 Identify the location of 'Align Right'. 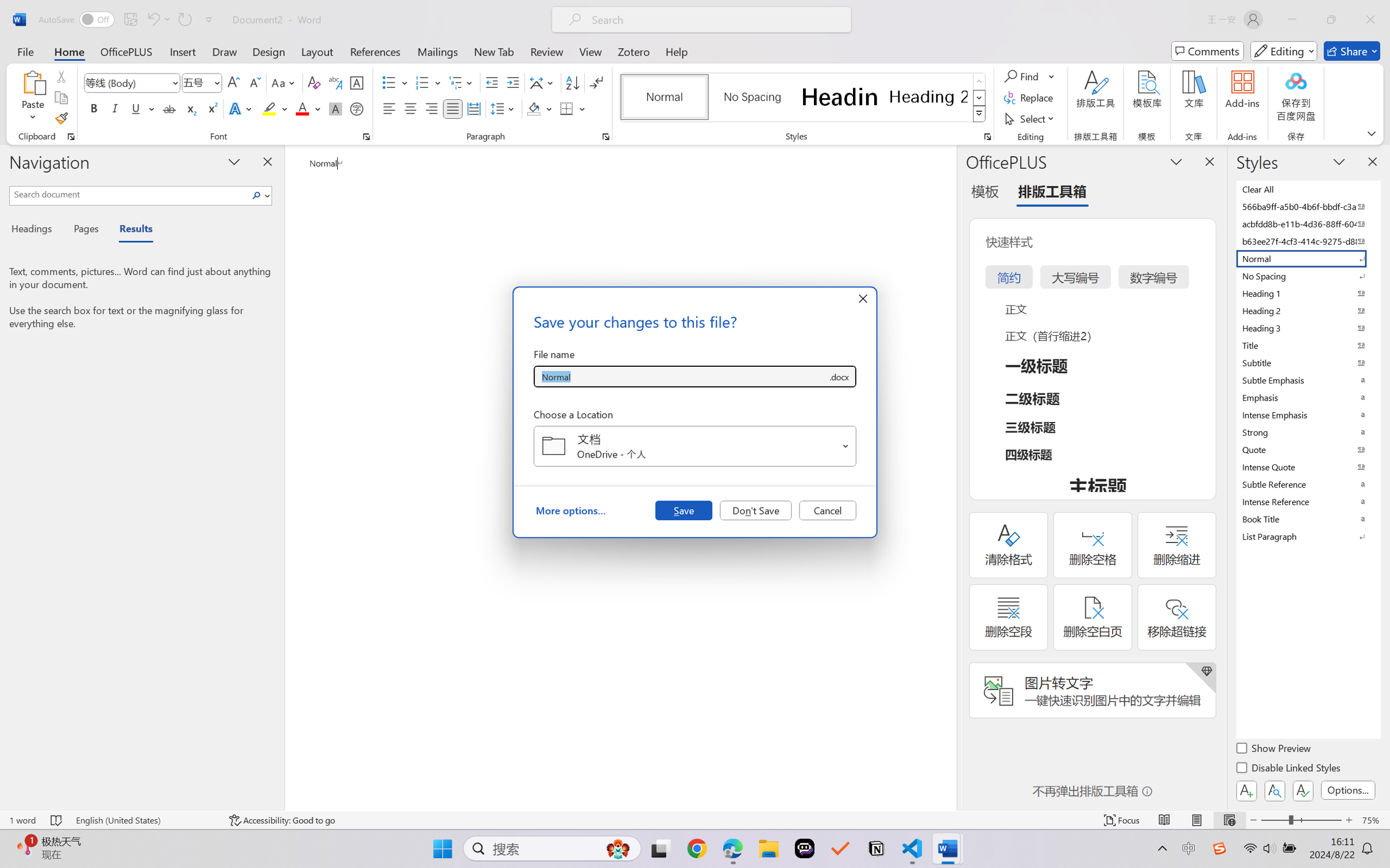
(432, 108).